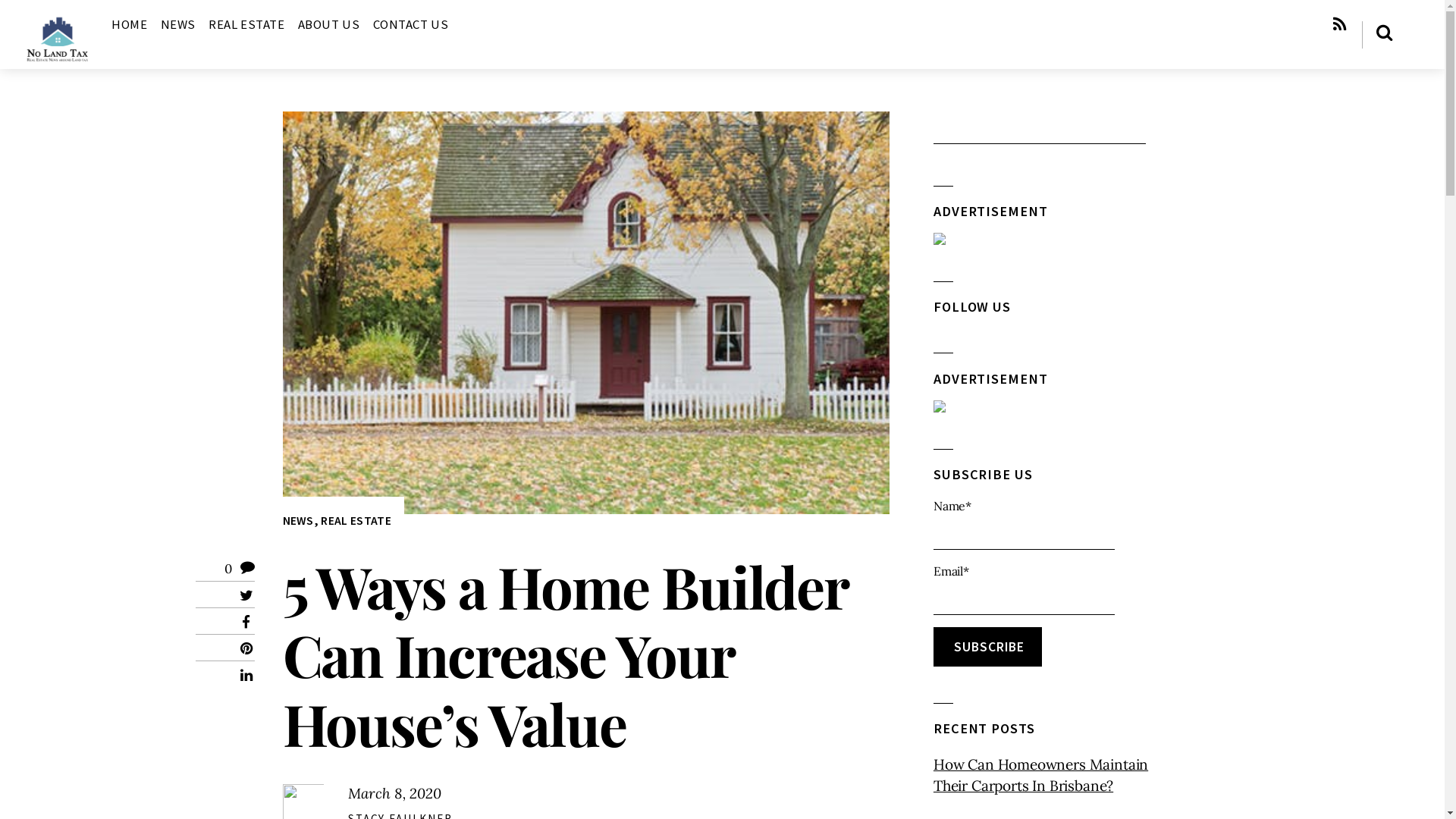  What do you see at coordinates (246, 622) in the screenshot?
I see `'Facebook'` at bounding box center [246, 622].